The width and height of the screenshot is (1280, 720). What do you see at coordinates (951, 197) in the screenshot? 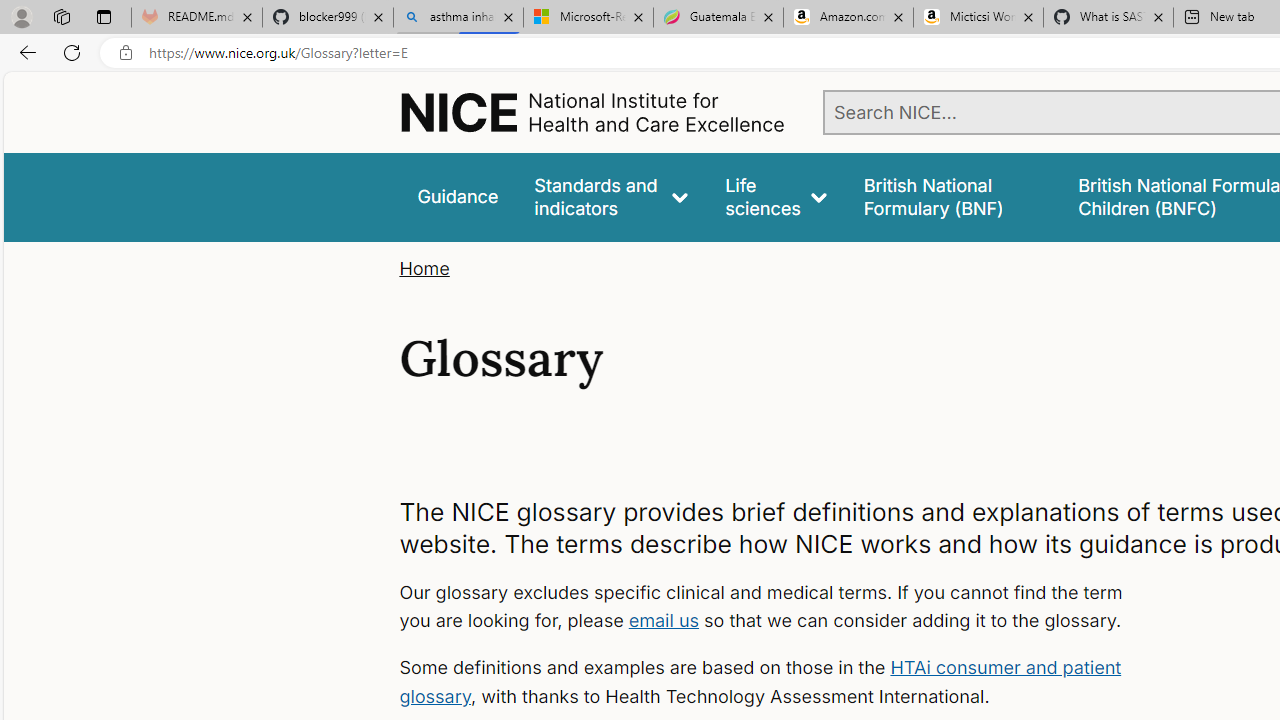
I see `'false'` at bounding box center [951, 197].